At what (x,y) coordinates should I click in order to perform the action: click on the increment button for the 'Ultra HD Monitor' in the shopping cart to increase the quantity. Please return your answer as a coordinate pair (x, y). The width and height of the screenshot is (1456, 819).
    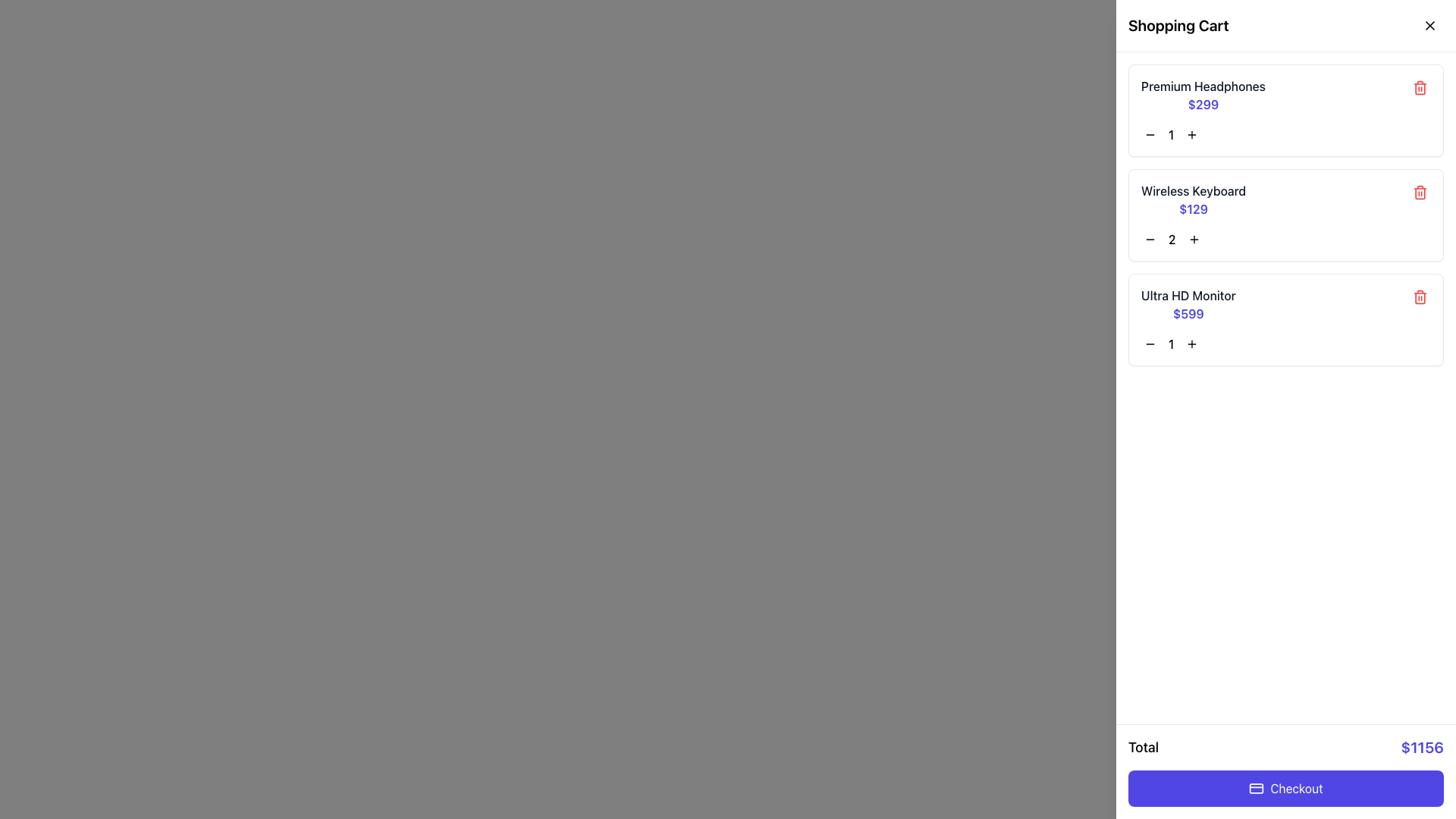
    Looking at the image, I should click on (1191, 344).